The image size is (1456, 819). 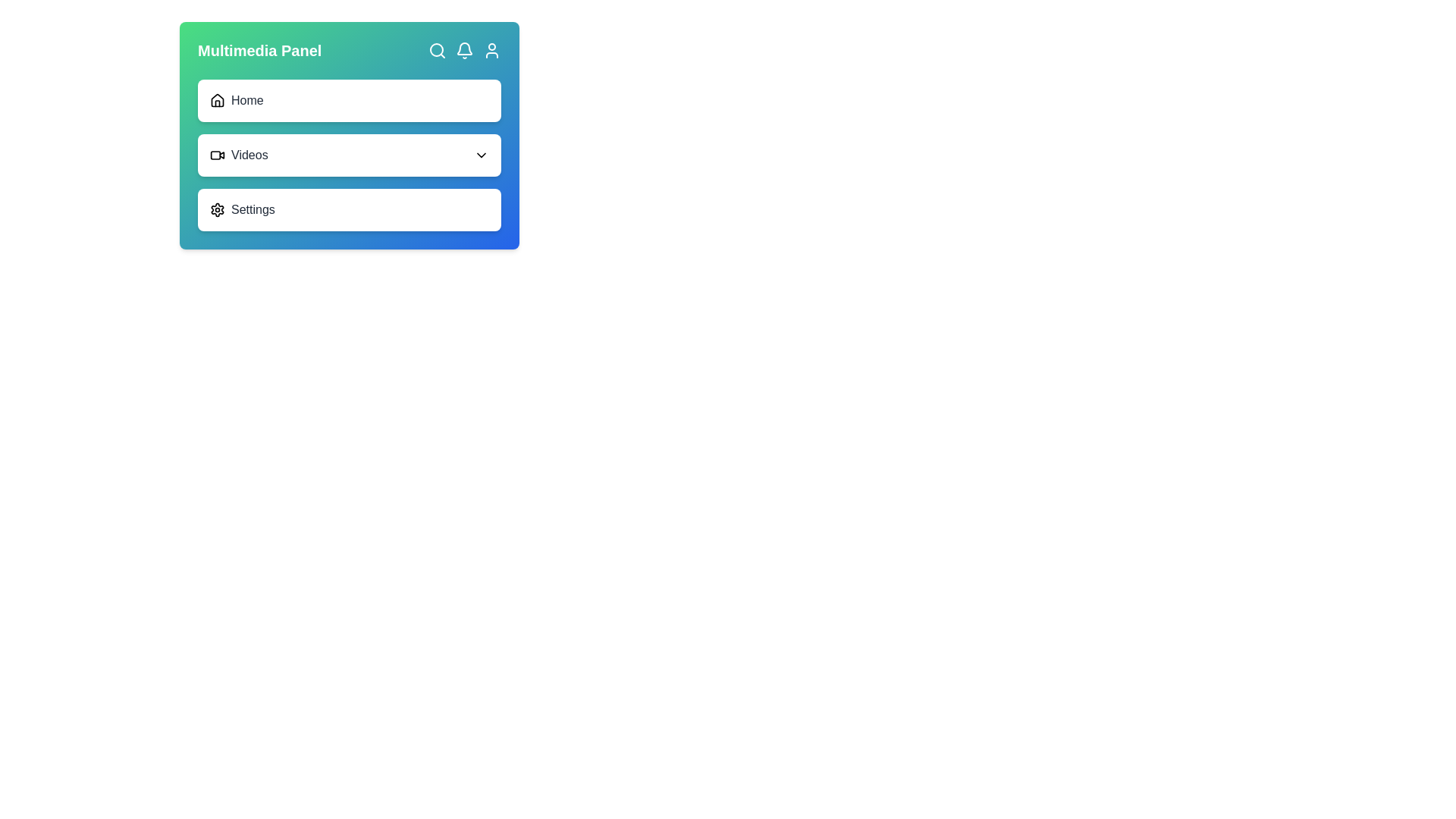 What do you see at coordinates (238, 155) in the screenshot?
I see `the 'Videos' label with icon, which is the second item in the vertical menu panel located beneath 'Home' and above 'Settings'` at bounding box center [238, 155].